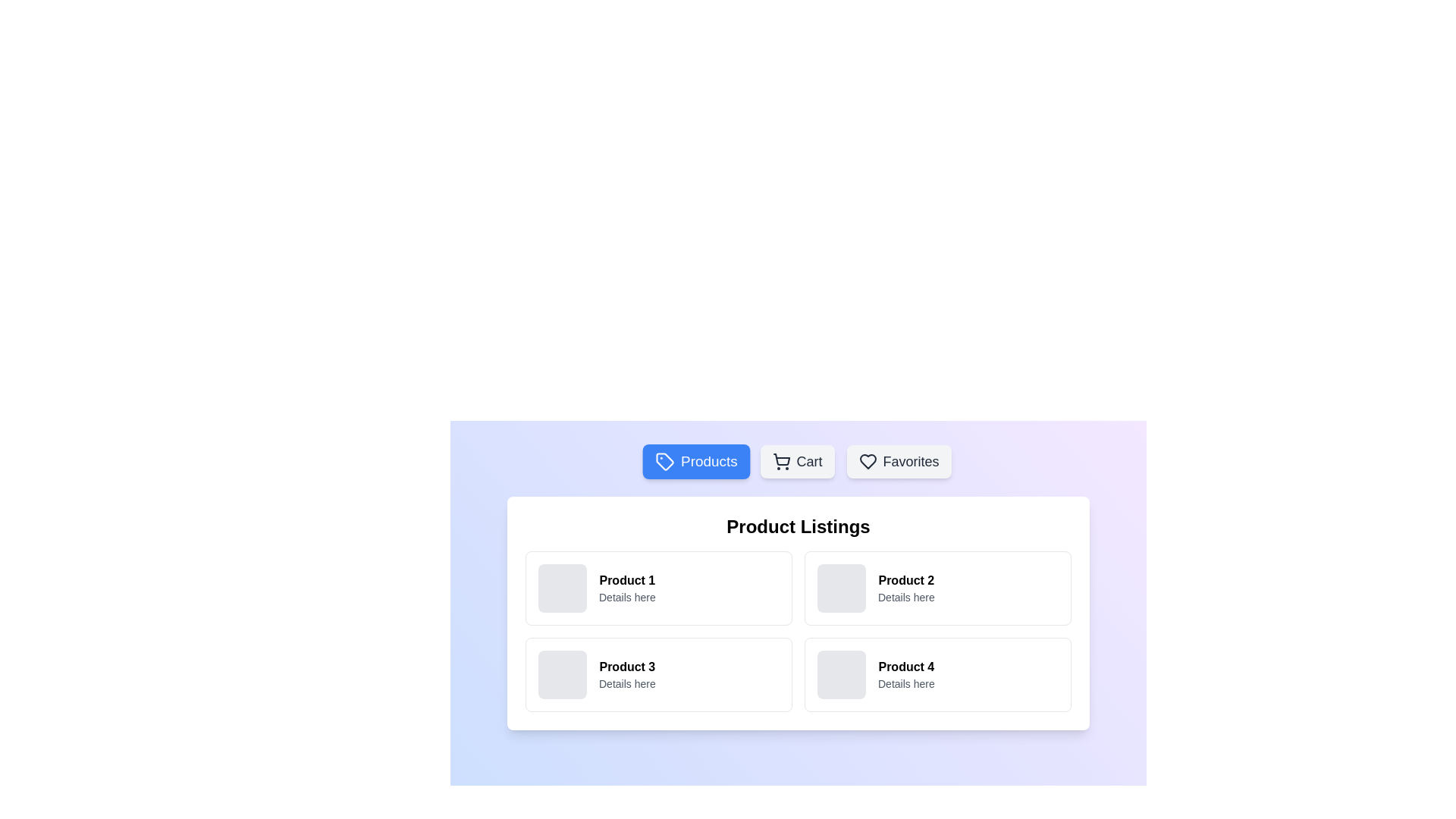  What do you see at coordinates (781, 461) in the screenshot?
I see `the 'Cart' button in the navigation bar` at bounding box center [781, 461].